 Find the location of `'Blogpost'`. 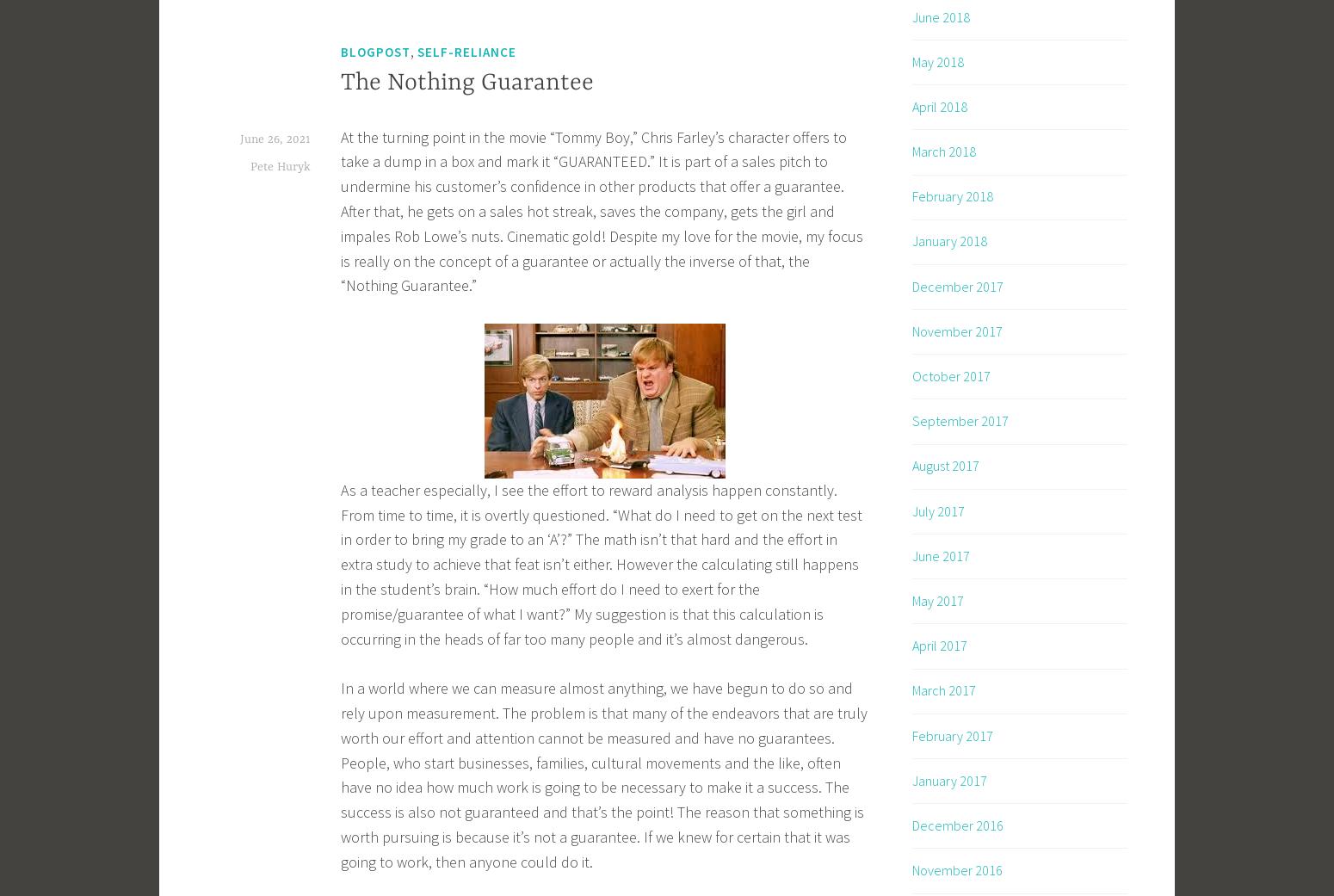

'Blogpost' is located at coordinates (341, 50).